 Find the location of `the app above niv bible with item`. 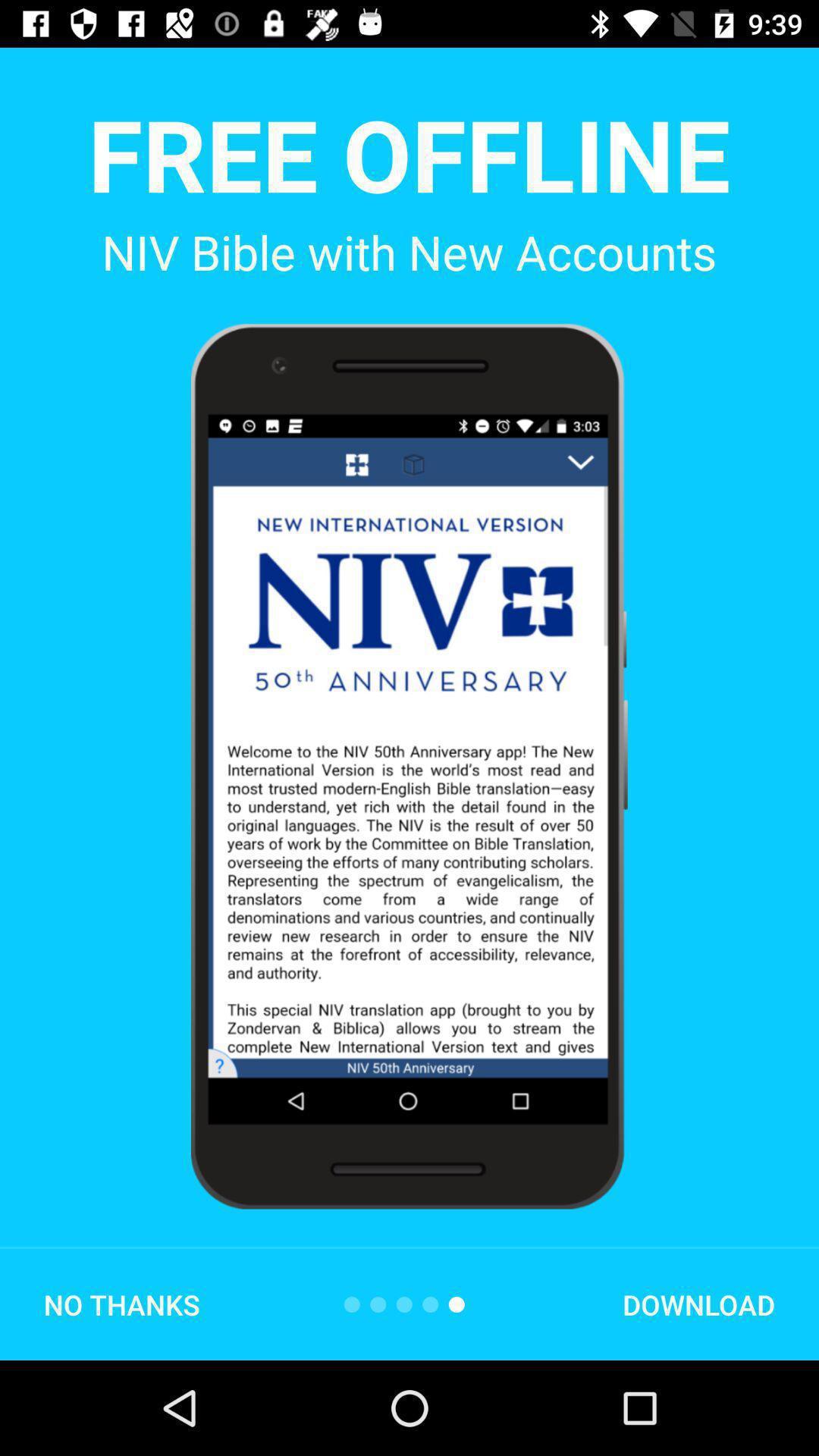

the app above niv bible with item is located at coordinates (408, 153).